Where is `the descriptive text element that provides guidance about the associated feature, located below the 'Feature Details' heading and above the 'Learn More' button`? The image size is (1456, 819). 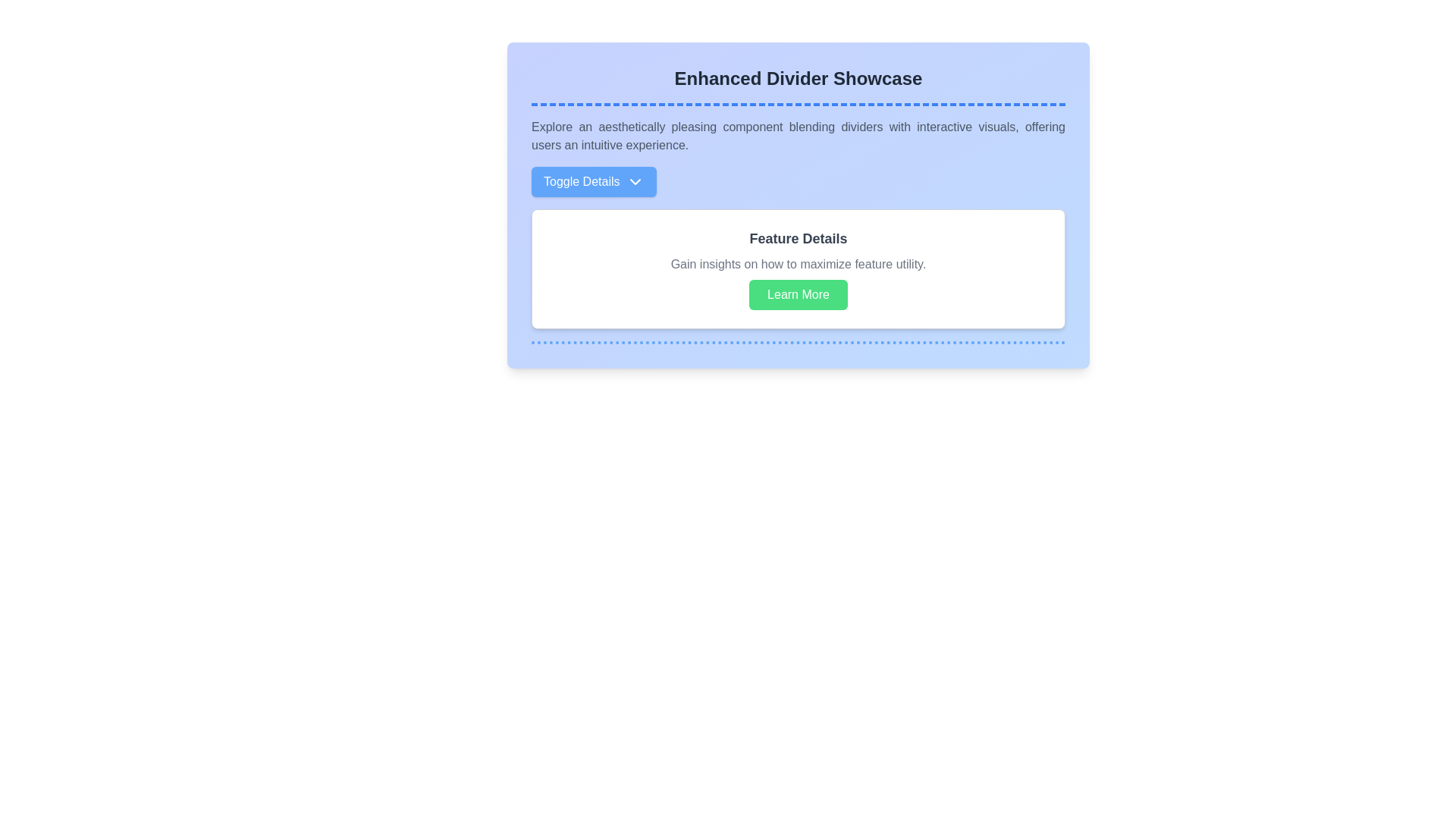 the descriptive text element that provides guidance about the associated feature, located below the 'Feature Details' heading and above the 'Learn More' button is located at coordinates (797, 263).